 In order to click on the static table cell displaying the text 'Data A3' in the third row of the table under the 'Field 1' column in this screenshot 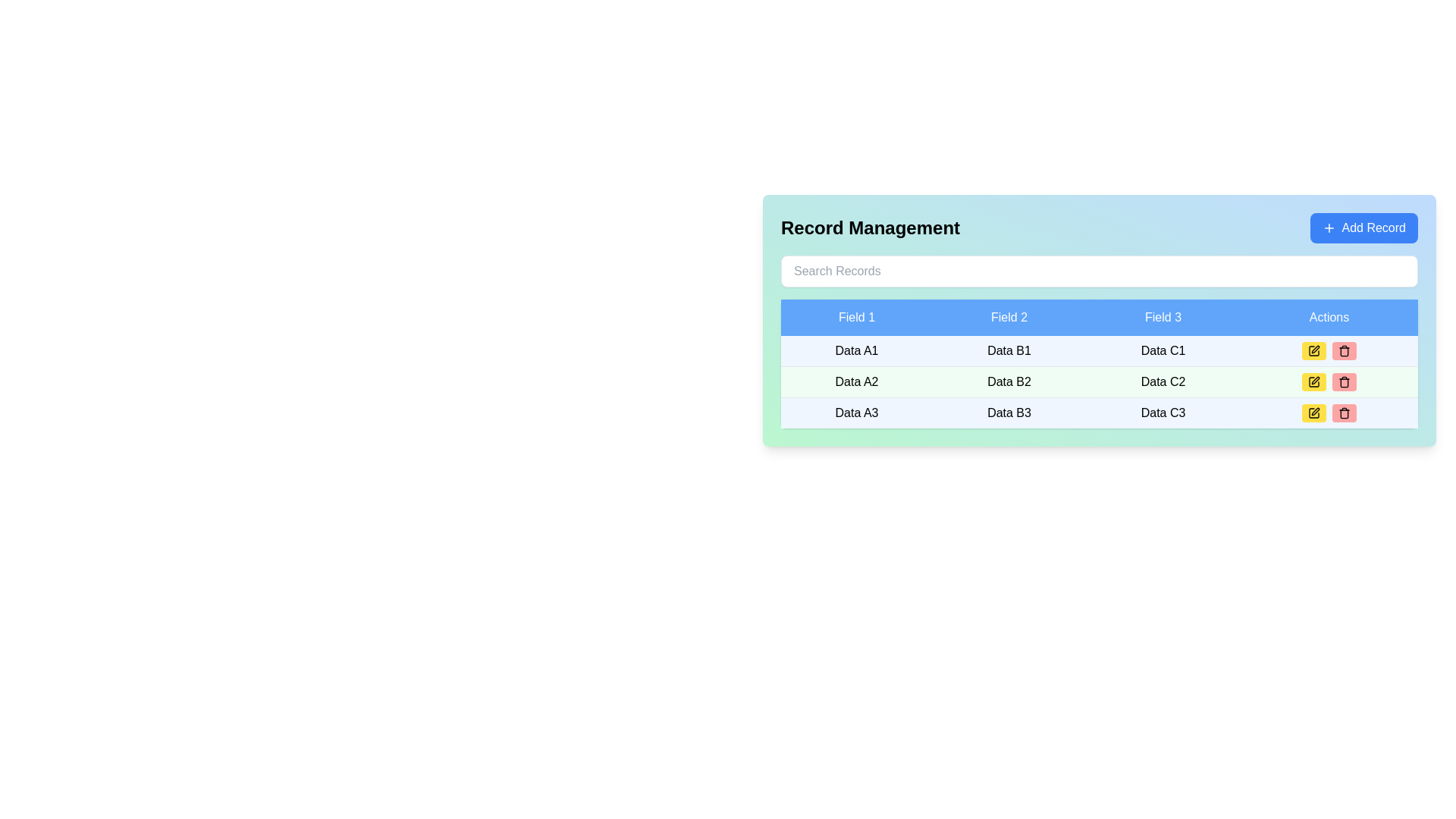, I will do `click(857, 413)`.